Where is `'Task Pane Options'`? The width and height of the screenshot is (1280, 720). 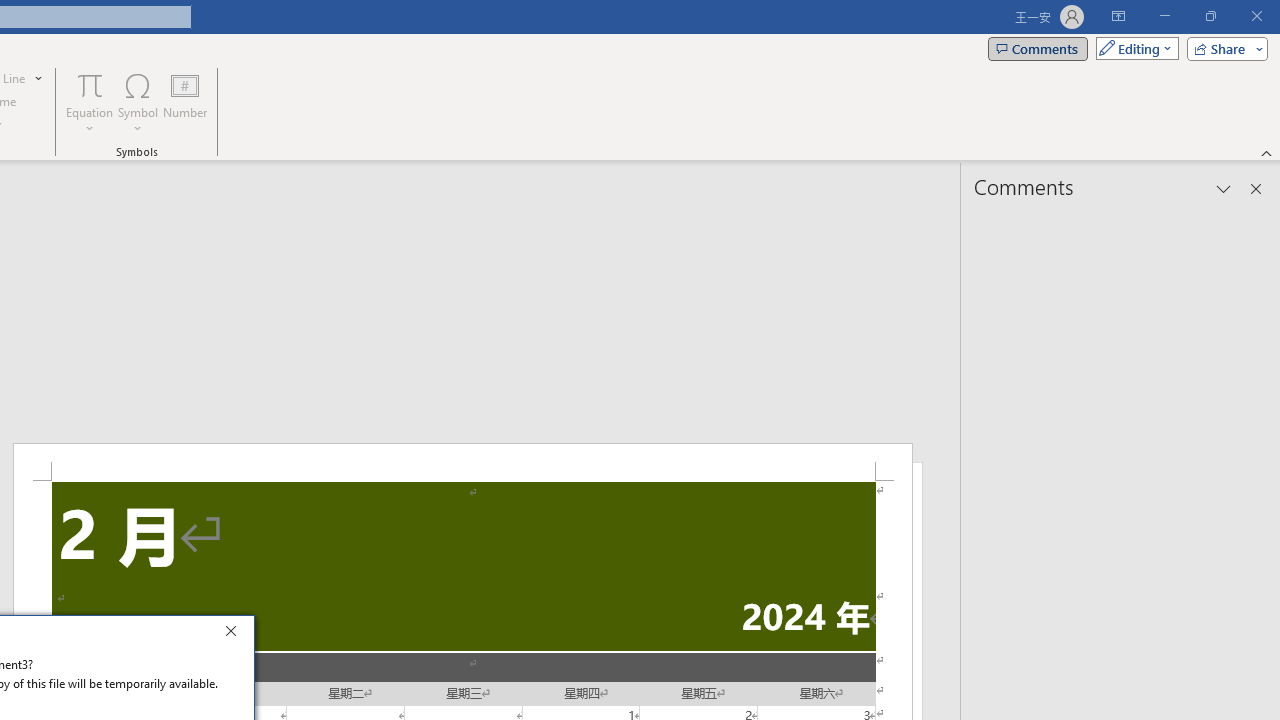 'Task Pane Options' is located at coordinates (1223, 189).